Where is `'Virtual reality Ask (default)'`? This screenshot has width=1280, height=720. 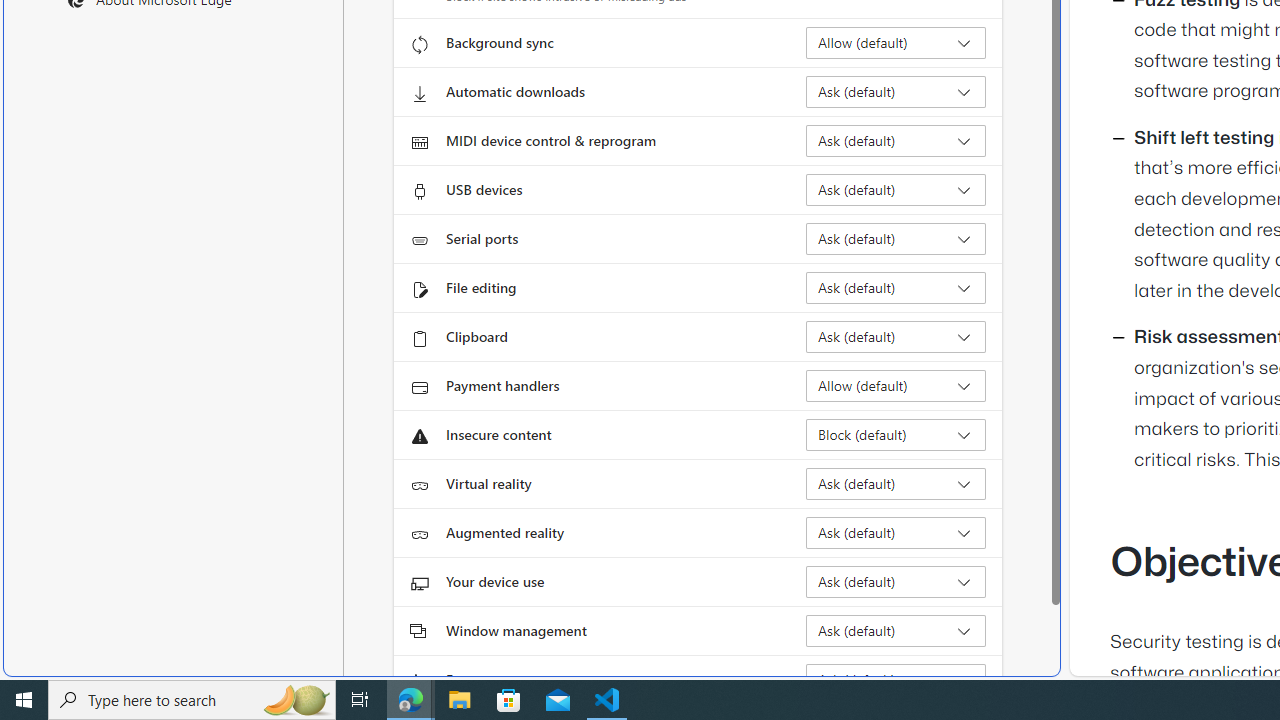
'Virtual reality Ask (default)' is located at coordinates (895, 483).